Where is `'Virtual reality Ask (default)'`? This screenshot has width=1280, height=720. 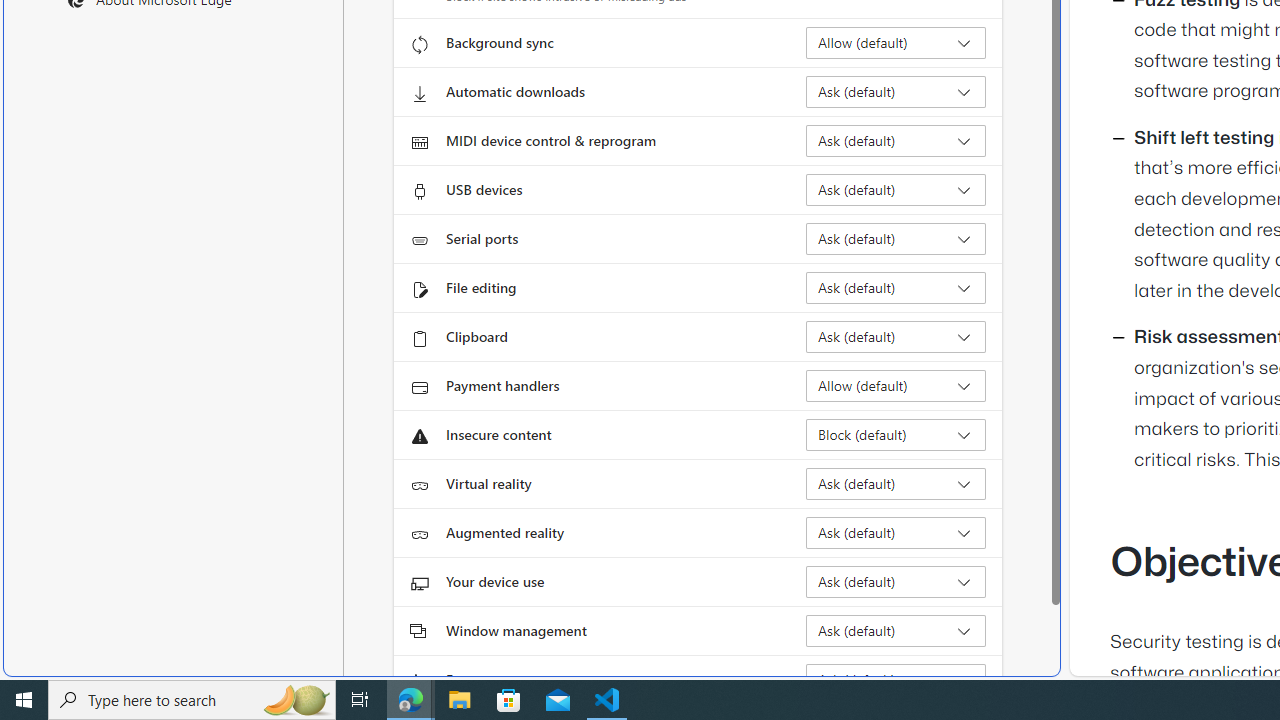
'Virtual reality Ask (default)' is located at coordinates (895, 483).